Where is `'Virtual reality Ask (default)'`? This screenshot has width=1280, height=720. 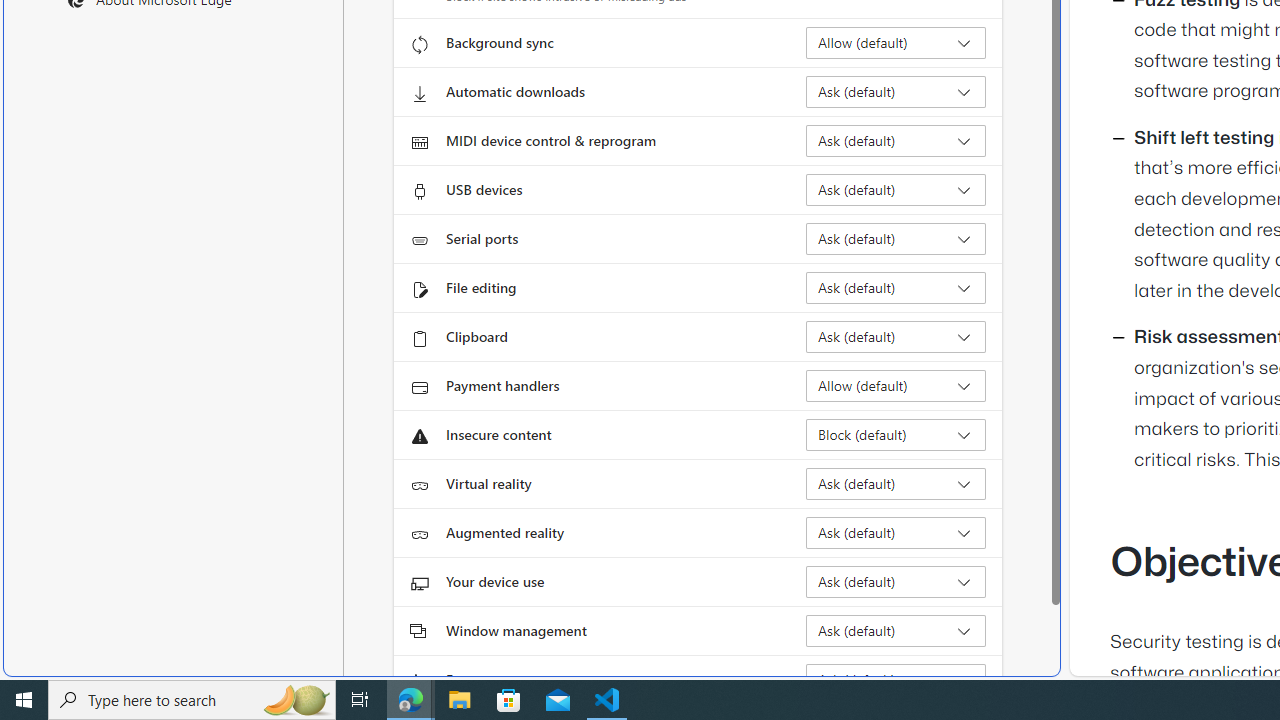
'Virtual reality Ask (default)' is located at coordinates (895, 483).